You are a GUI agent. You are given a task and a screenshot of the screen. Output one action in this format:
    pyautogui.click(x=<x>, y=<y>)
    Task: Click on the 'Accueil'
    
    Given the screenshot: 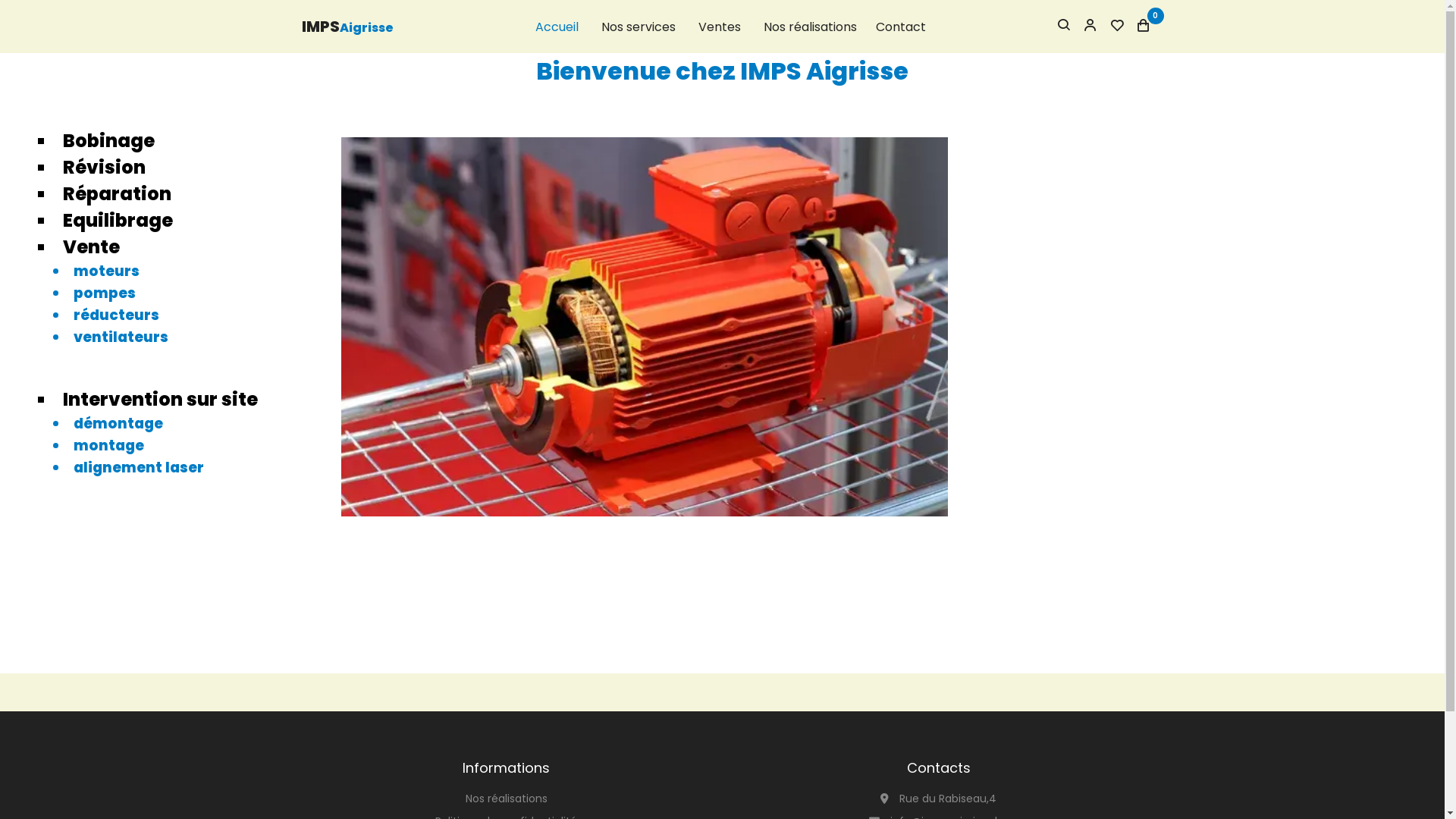 What is the action you would take?
    pyautogui.click(x=556, y=27)
    